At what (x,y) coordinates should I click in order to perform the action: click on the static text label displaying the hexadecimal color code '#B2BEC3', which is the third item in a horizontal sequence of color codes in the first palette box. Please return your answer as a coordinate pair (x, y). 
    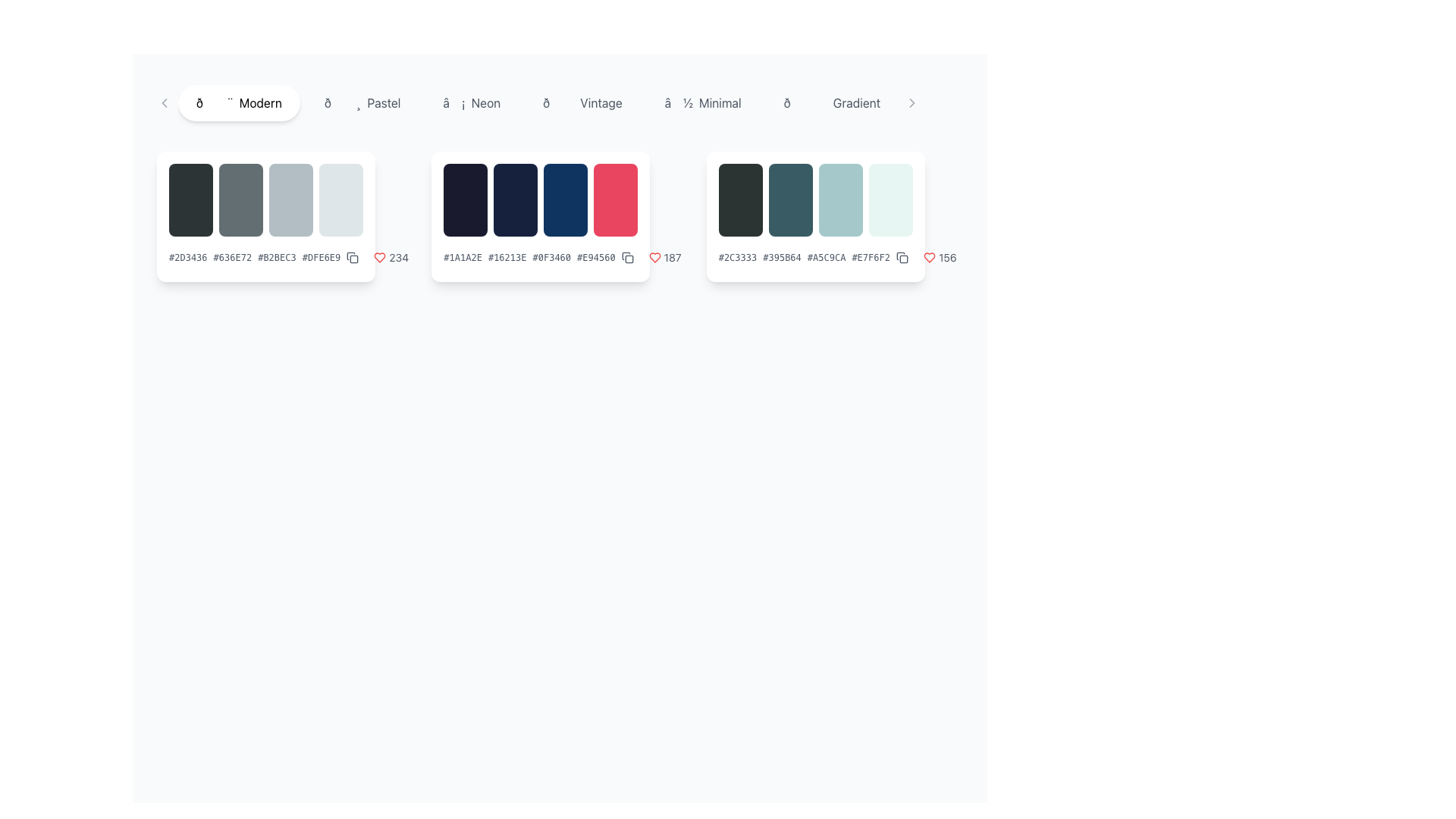
    Looking at the image, I should click on (277, 256).